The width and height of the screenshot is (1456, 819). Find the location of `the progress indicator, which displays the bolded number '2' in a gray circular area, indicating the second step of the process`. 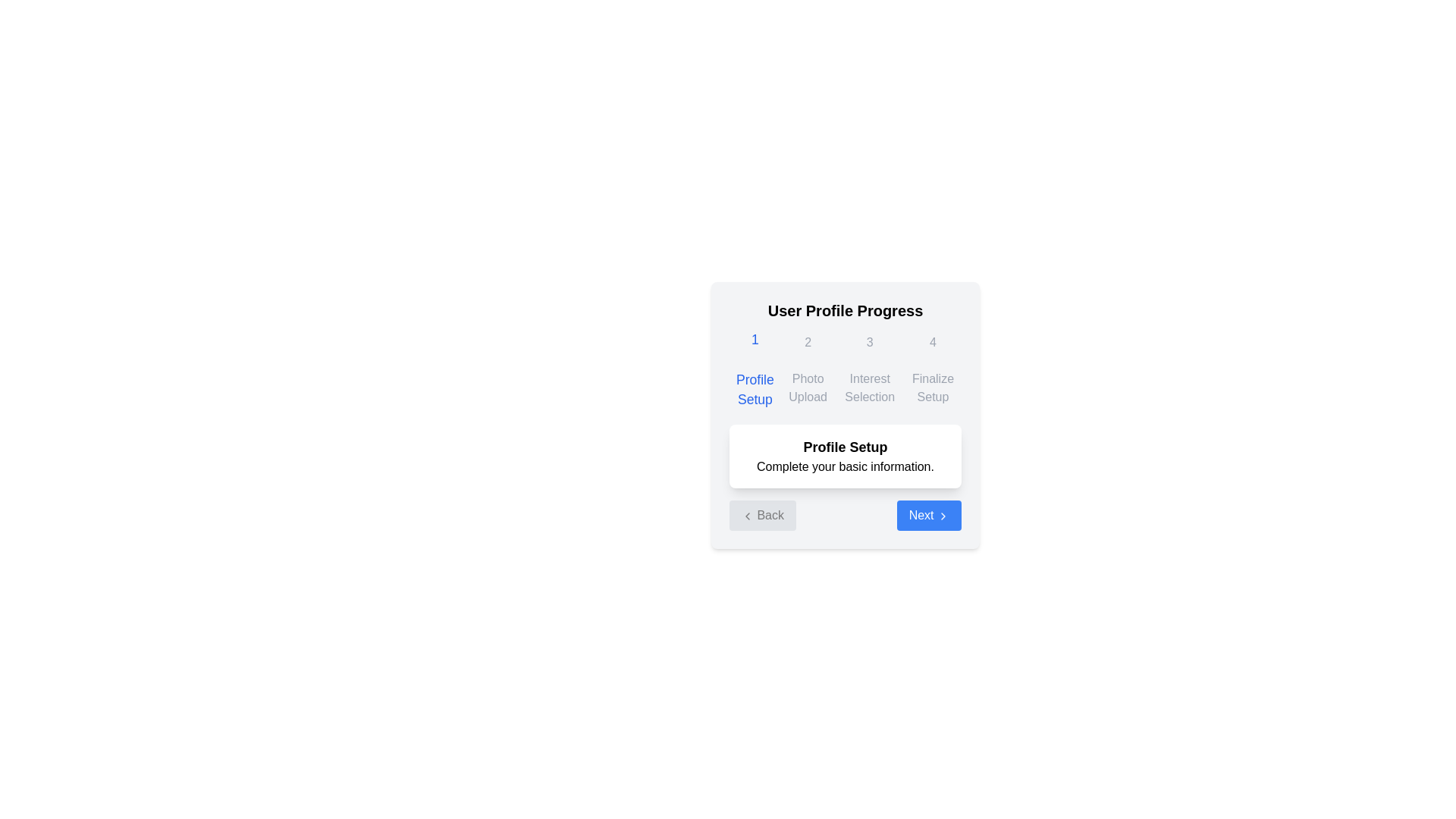

the progress indicator, which displays the bolded number '2' in a gray circular area, indicating the second step of the process is located at coordinates (807, 348).